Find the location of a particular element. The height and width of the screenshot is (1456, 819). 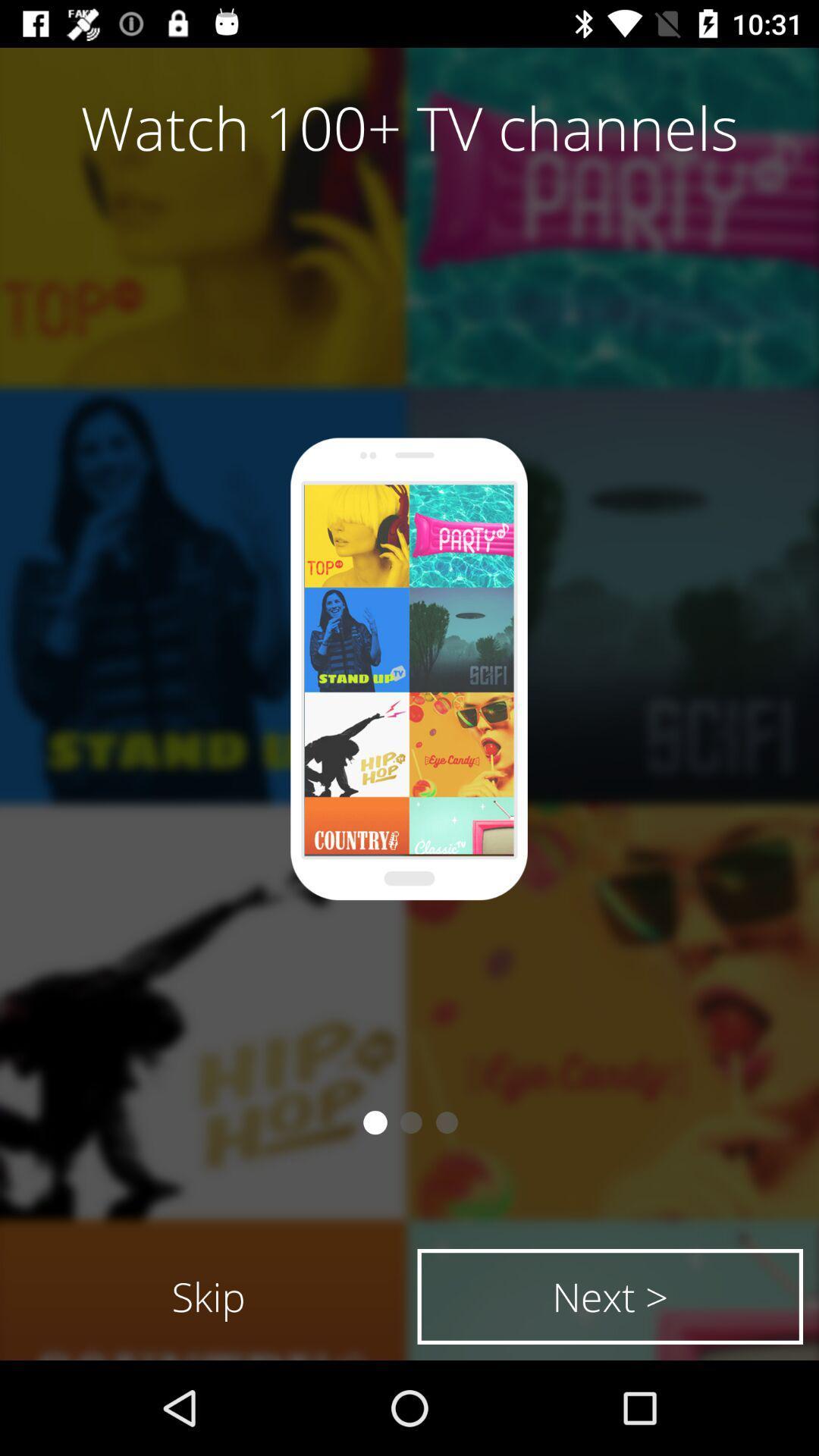

the skip is located at coordinates (209, 1295).